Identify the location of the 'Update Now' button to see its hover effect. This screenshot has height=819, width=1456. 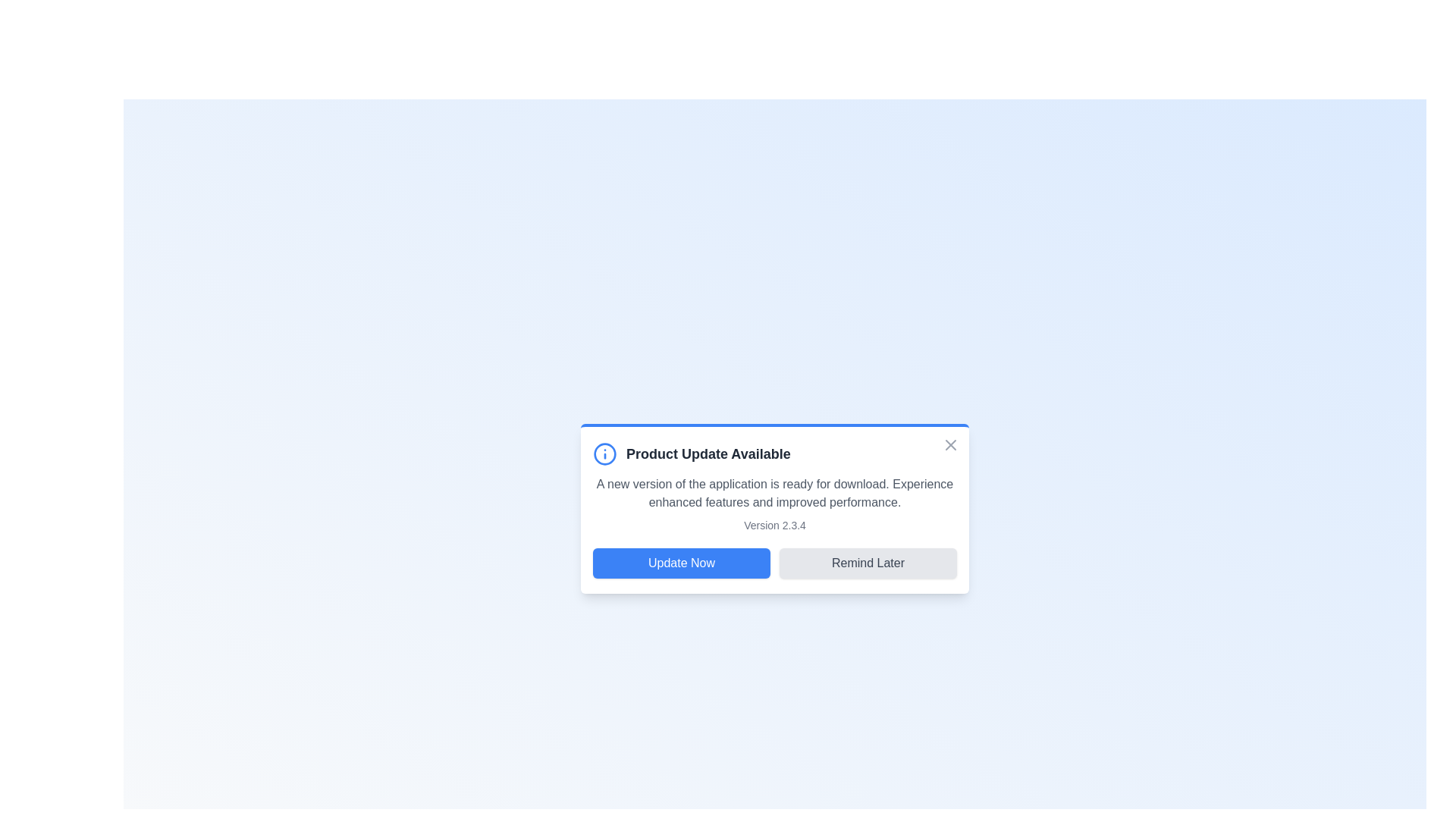
(680, 563).